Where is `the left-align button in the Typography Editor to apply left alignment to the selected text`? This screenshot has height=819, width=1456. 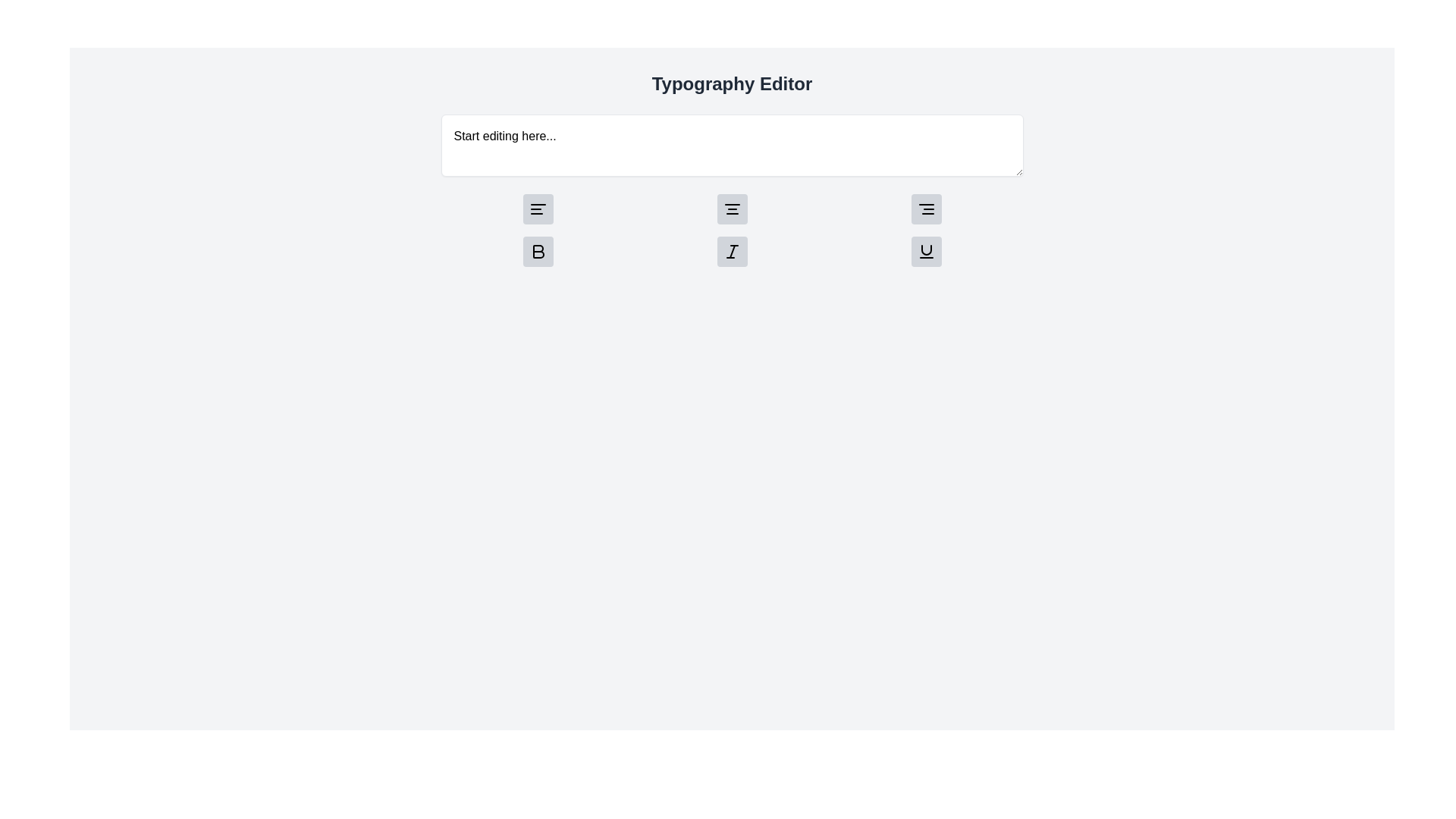
the left-align button in the Typography Editor to apply left alignment to the selected text is located at coordinates (538, 209).